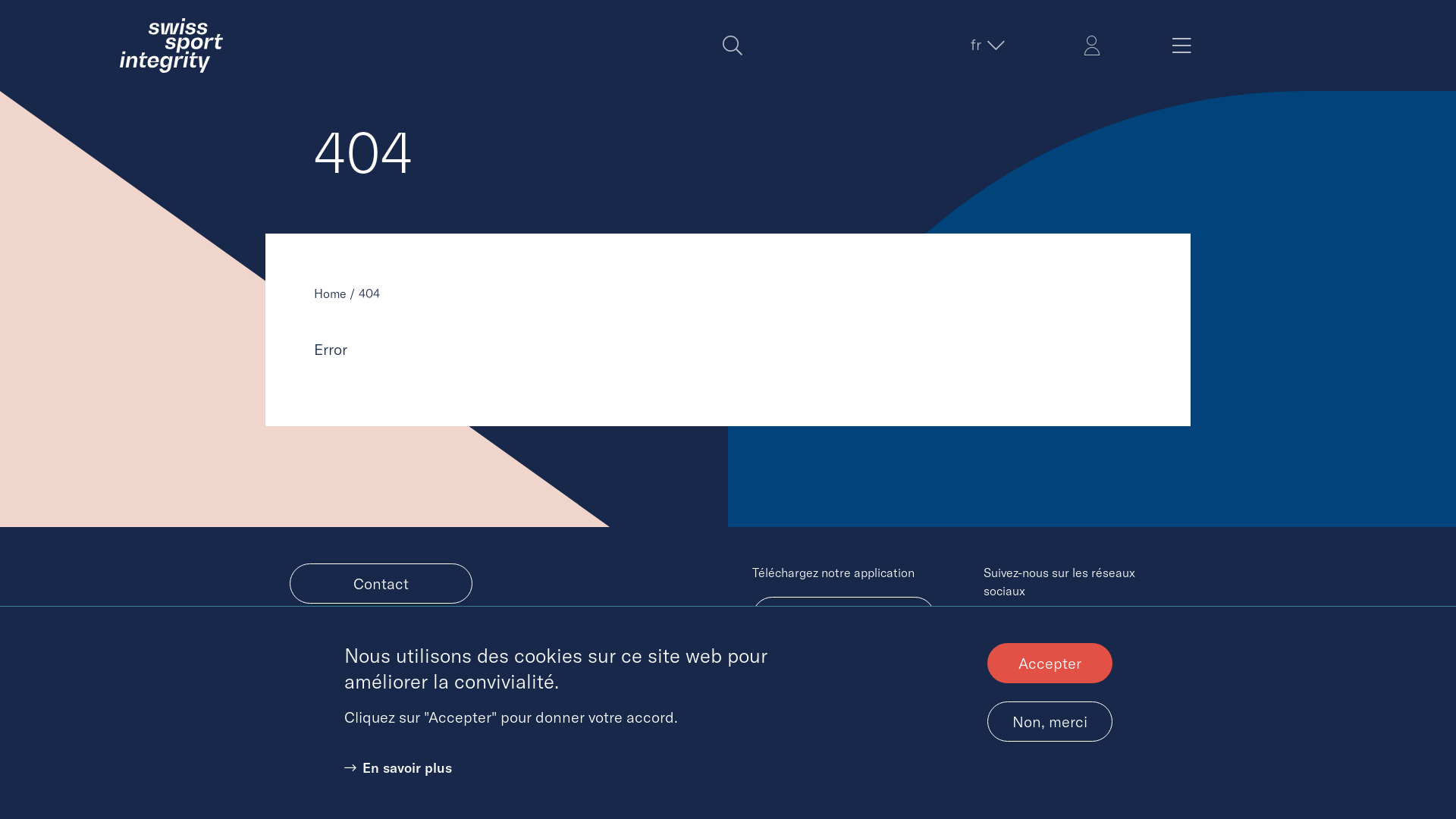 This screenshot has width=1456, height=819. Describe the element at coordinates (1029, 629) in the screenshot. I see `'Facebook'` at that location.